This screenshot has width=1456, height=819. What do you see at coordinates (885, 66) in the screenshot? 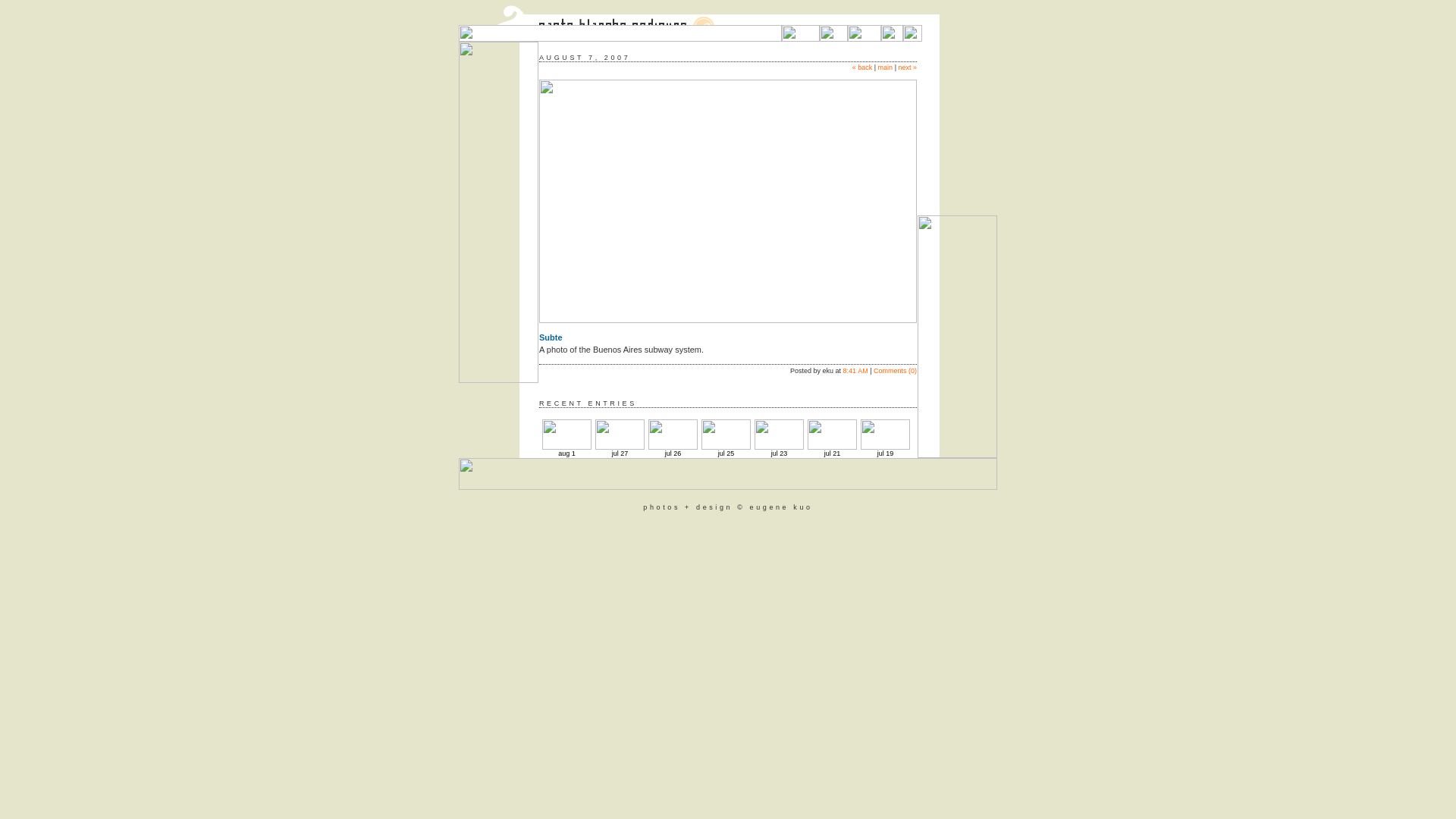
I see `'main'` at bounding box center [885, 66].